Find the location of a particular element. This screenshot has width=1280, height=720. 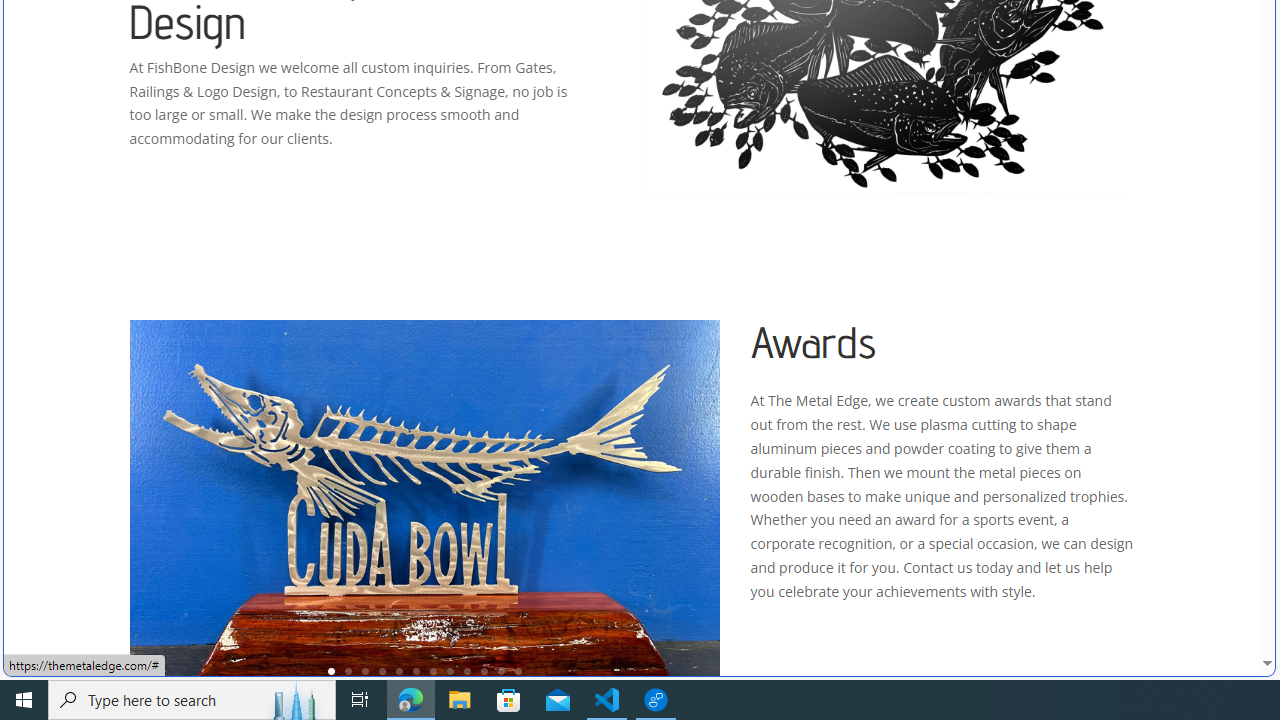

'5' is located at coordinates (399, 671).